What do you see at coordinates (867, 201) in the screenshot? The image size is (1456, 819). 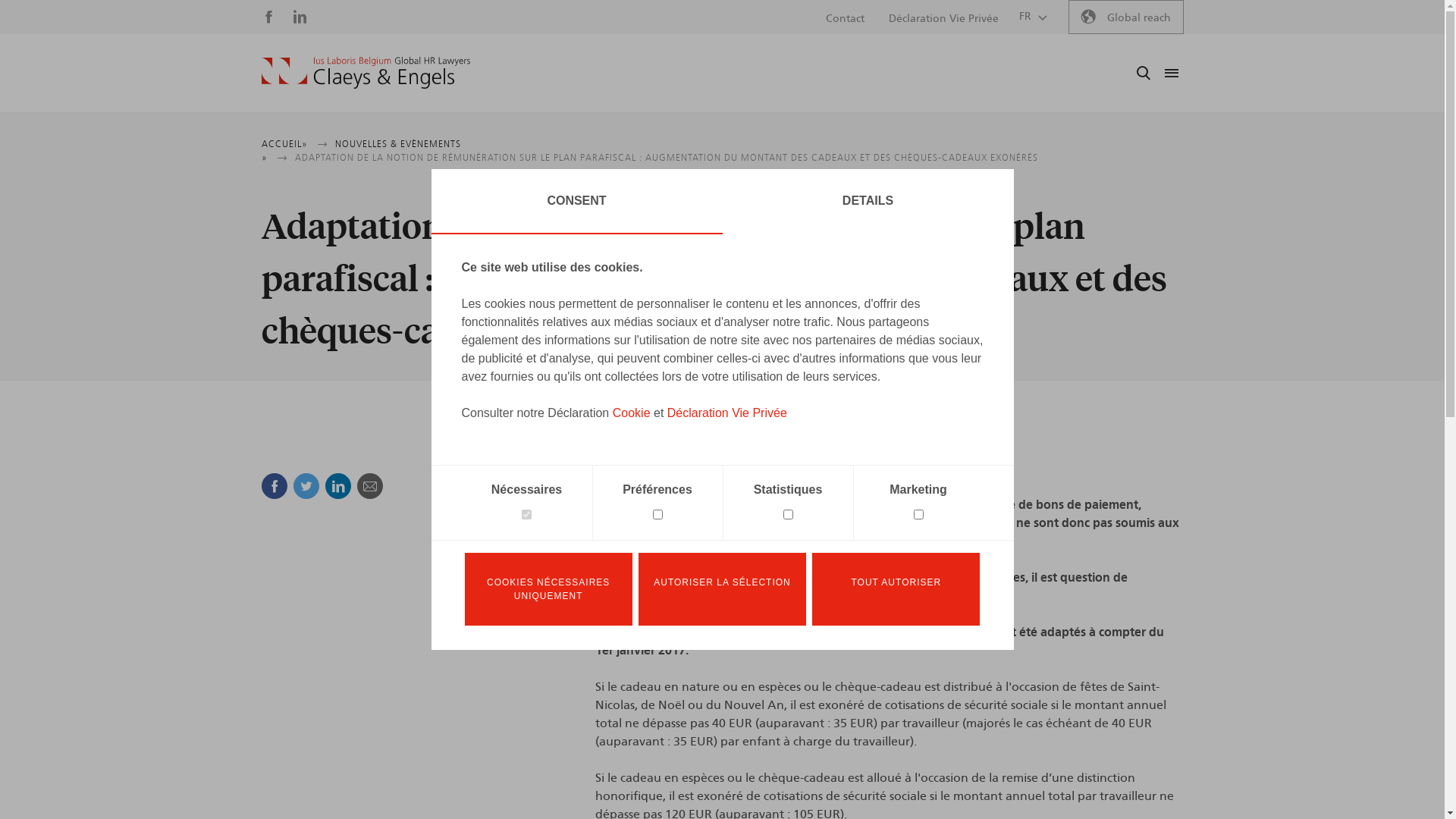 I see `'DETAILS'` at bounding box center [867, 201].